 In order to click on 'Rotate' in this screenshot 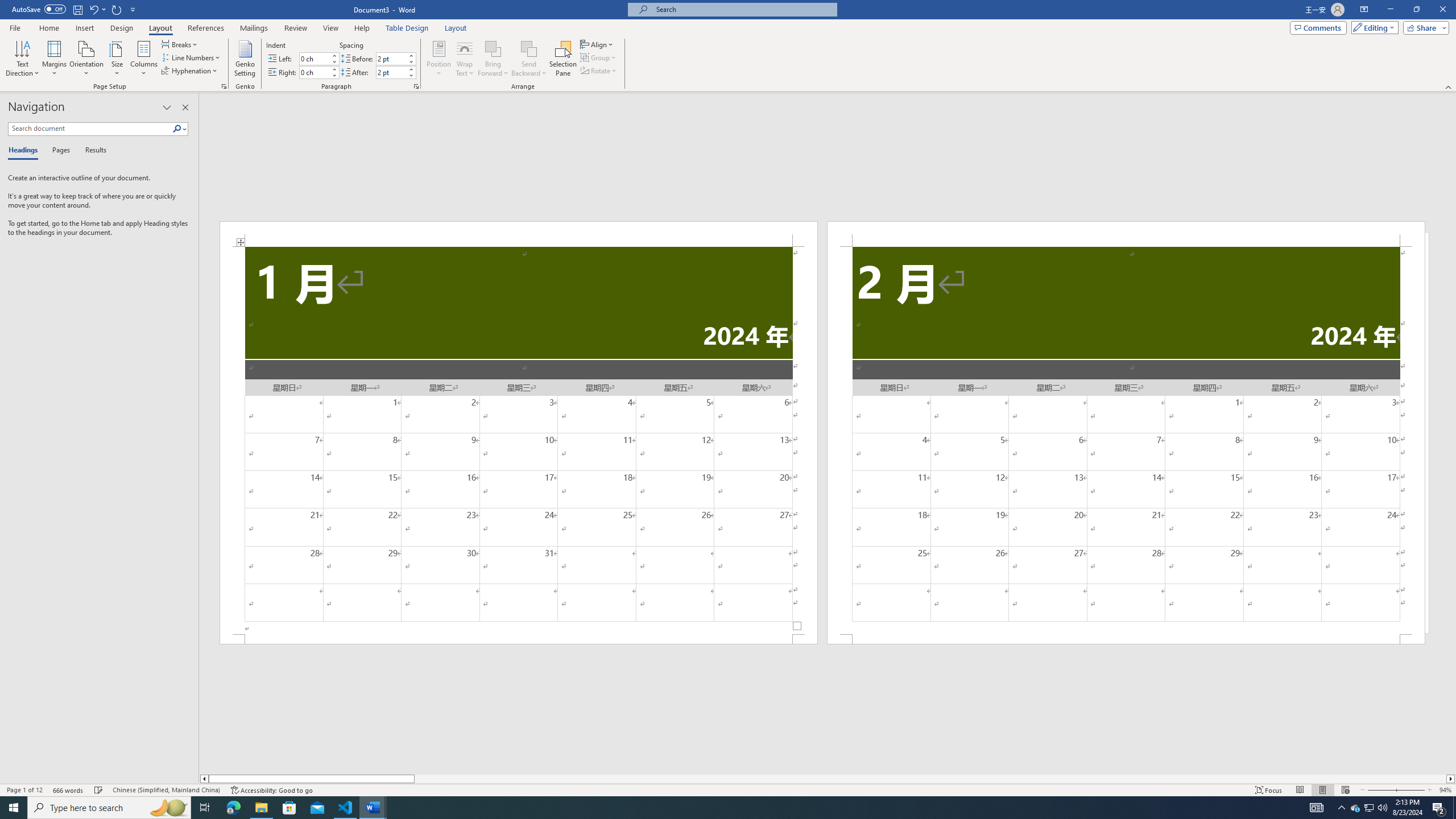, I will do `click(598, 69)`.